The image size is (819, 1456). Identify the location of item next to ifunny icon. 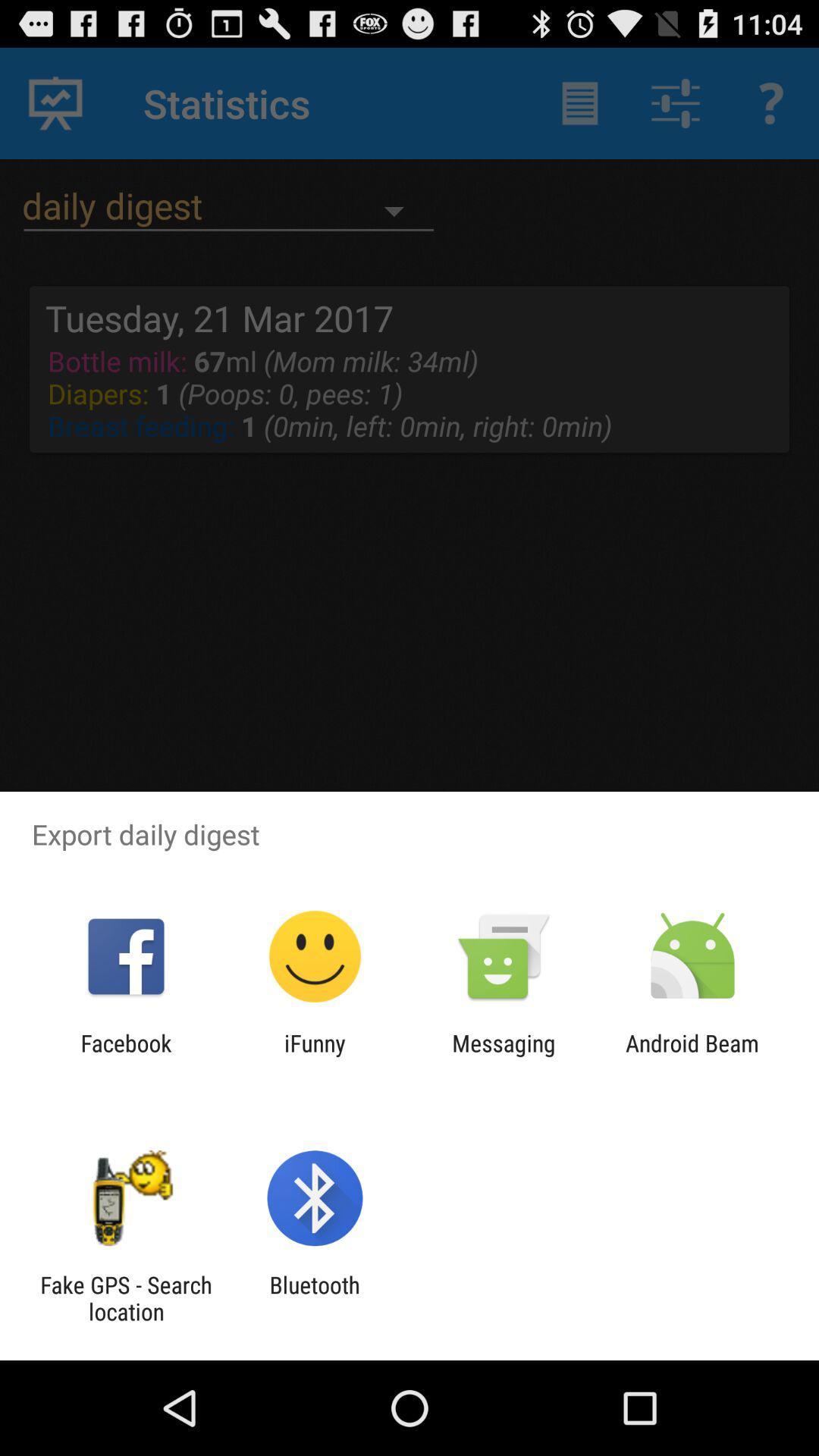
(504, 1056).